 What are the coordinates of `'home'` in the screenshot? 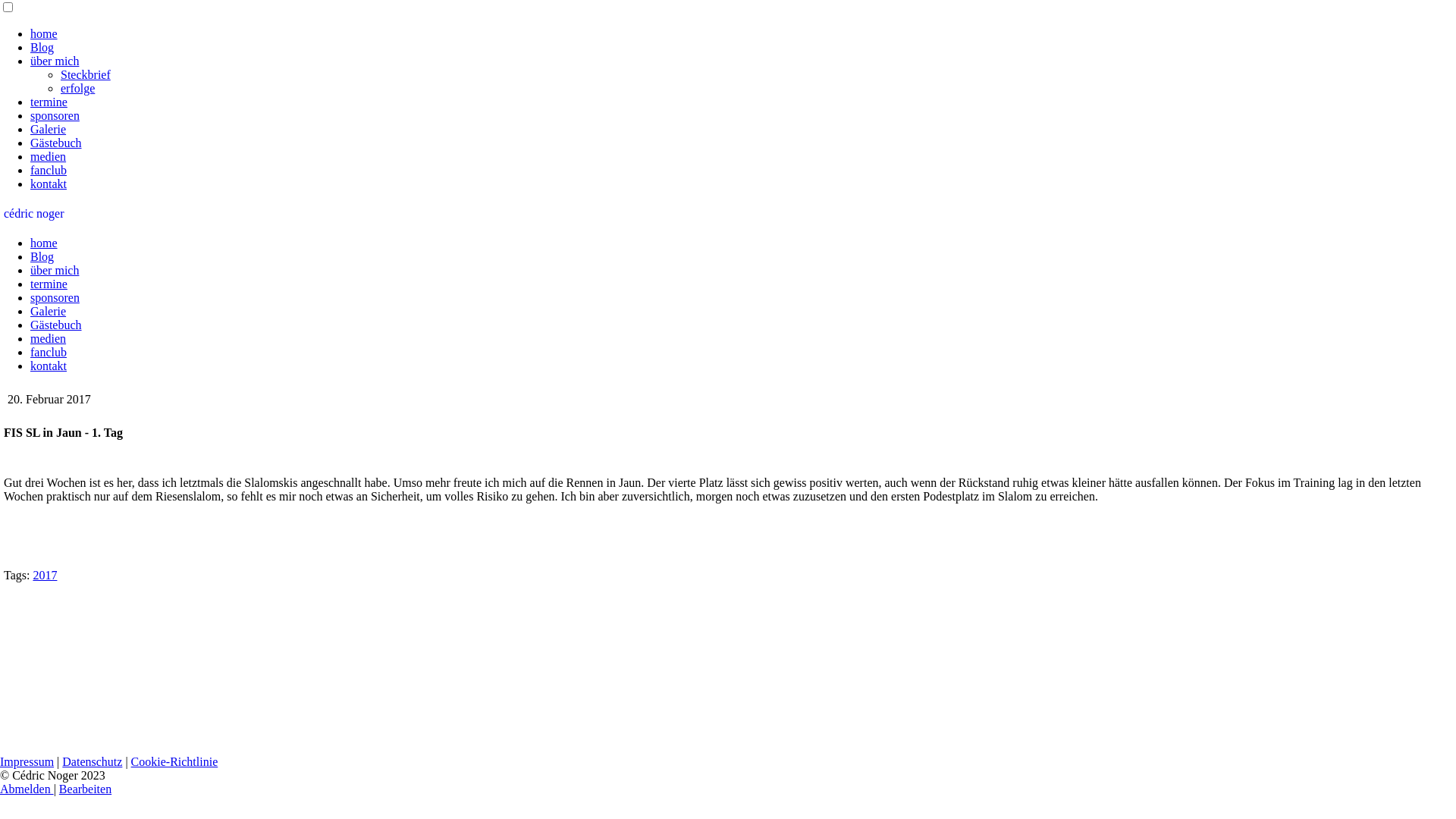 It's located at (43, 242).